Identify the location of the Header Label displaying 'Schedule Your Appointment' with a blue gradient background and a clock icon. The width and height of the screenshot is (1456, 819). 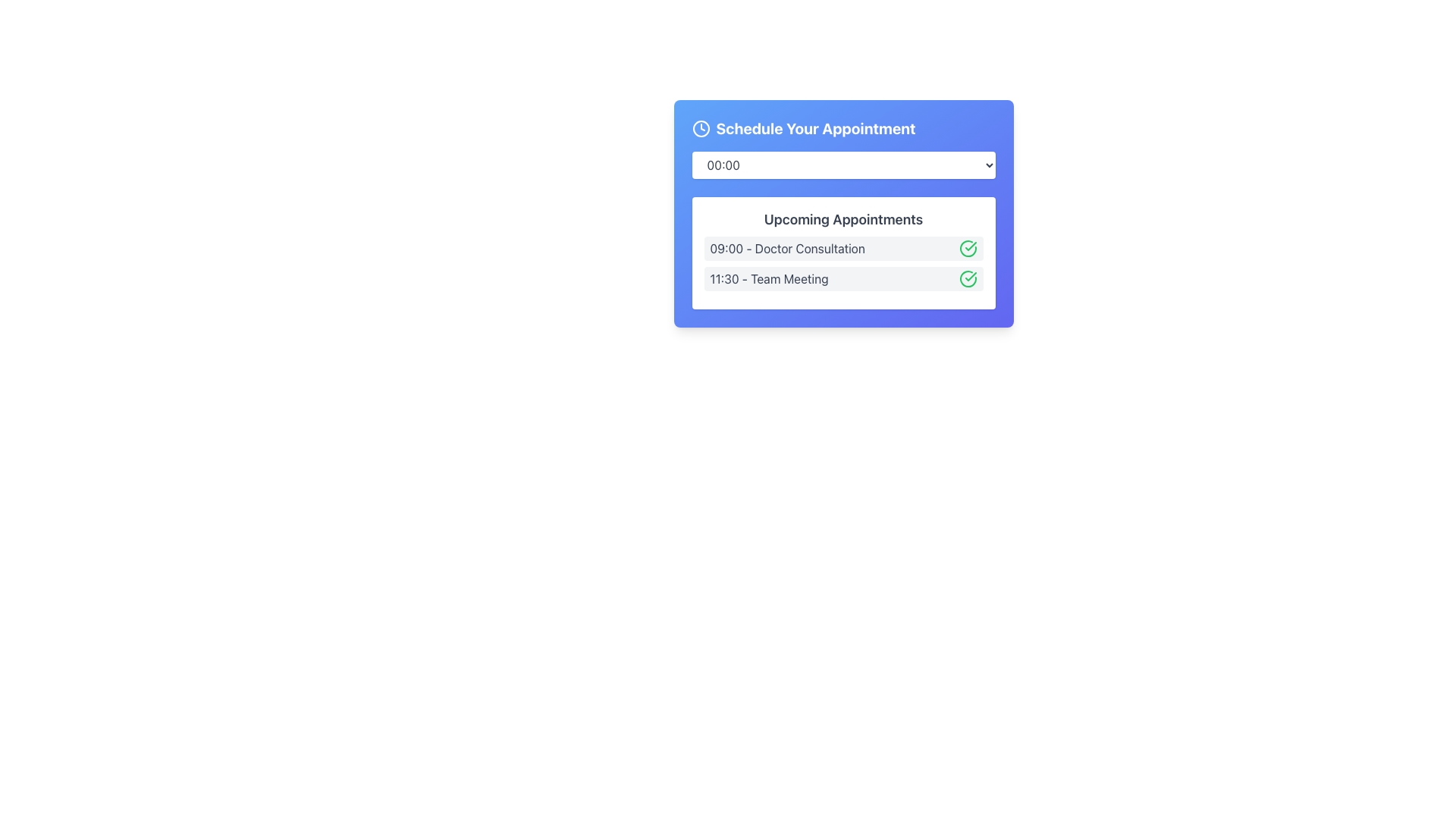
(843, 127).